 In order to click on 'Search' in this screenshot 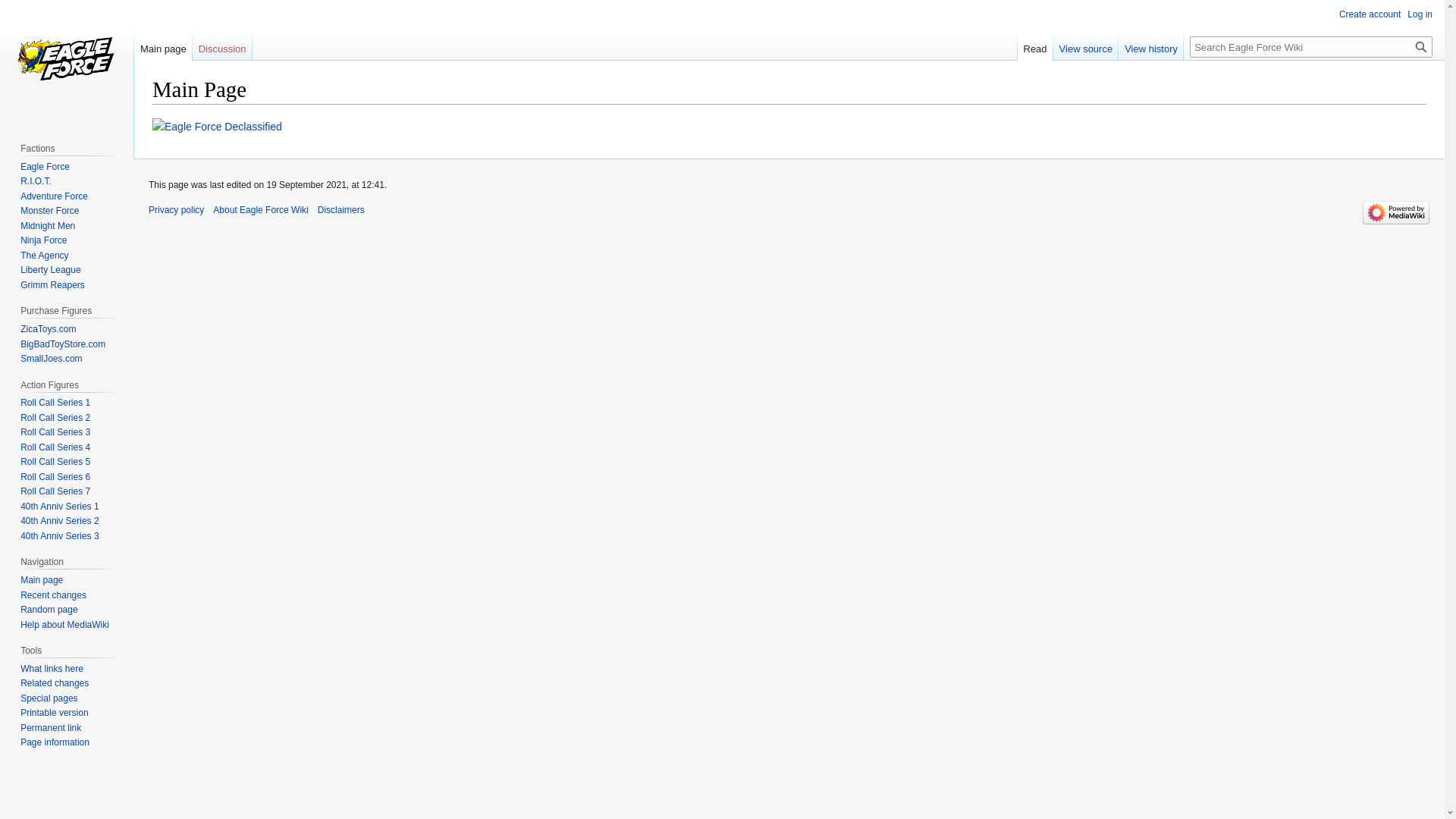, I will do `click(1420, 45)`.